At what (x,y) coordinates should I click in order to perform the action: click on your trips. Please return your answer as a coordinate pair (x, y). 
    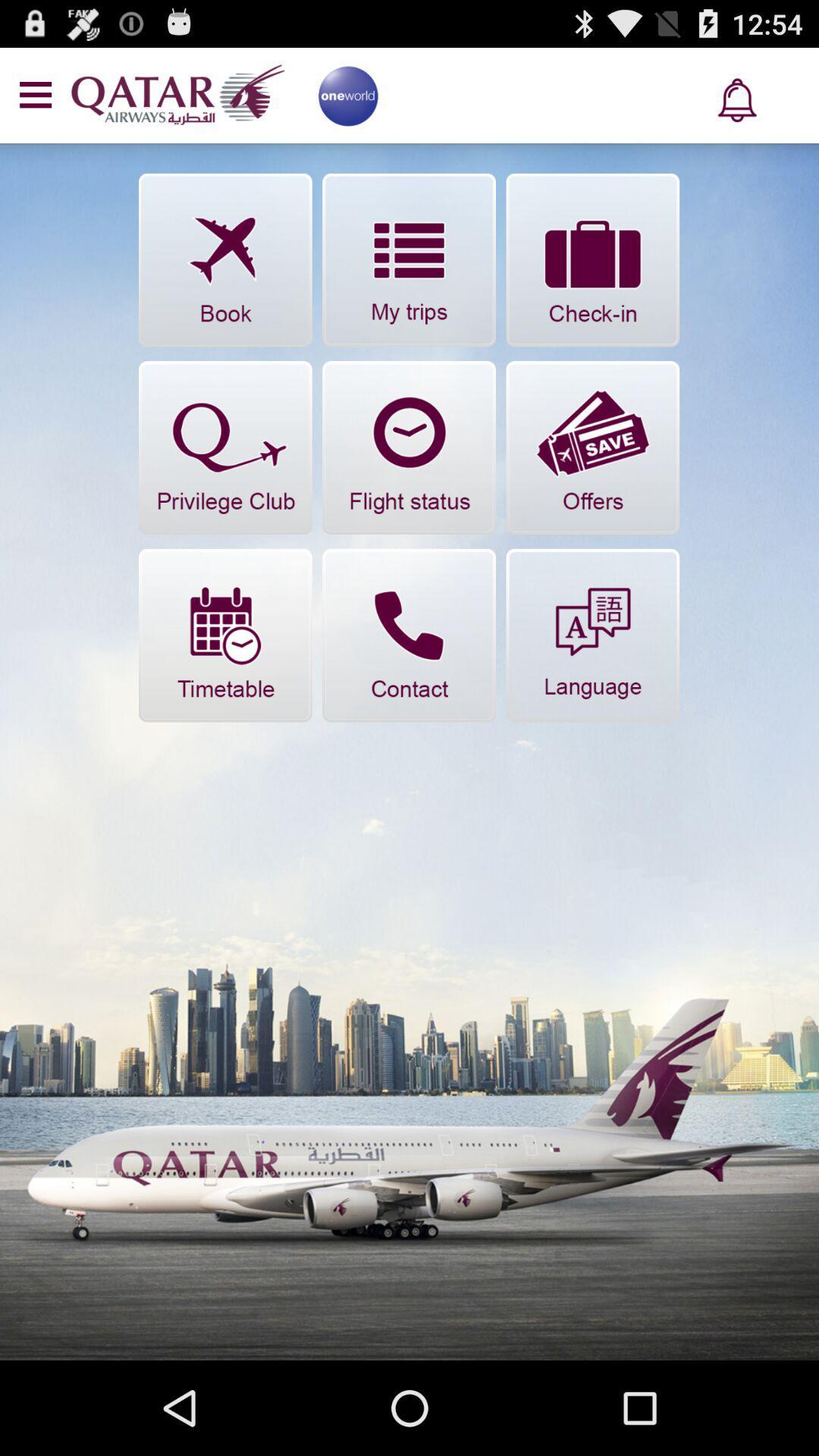
    Looking at the image, I should click on (408, 260).